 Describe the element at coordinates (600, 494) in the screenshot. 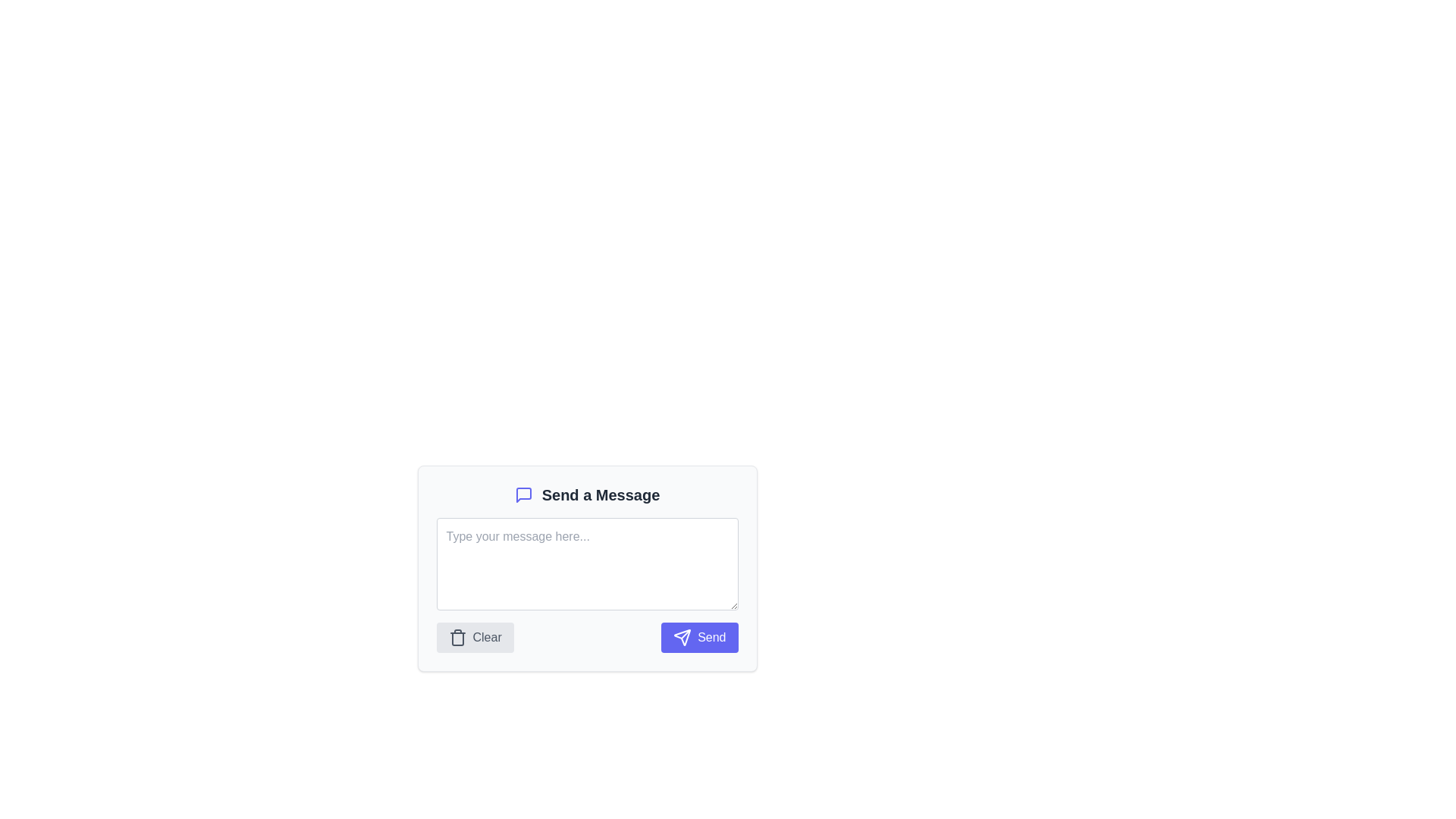

I see `the static text label that identifies the purpose of the messaging section, located to the right of the speech bubble icon and above the text input box` at that location.